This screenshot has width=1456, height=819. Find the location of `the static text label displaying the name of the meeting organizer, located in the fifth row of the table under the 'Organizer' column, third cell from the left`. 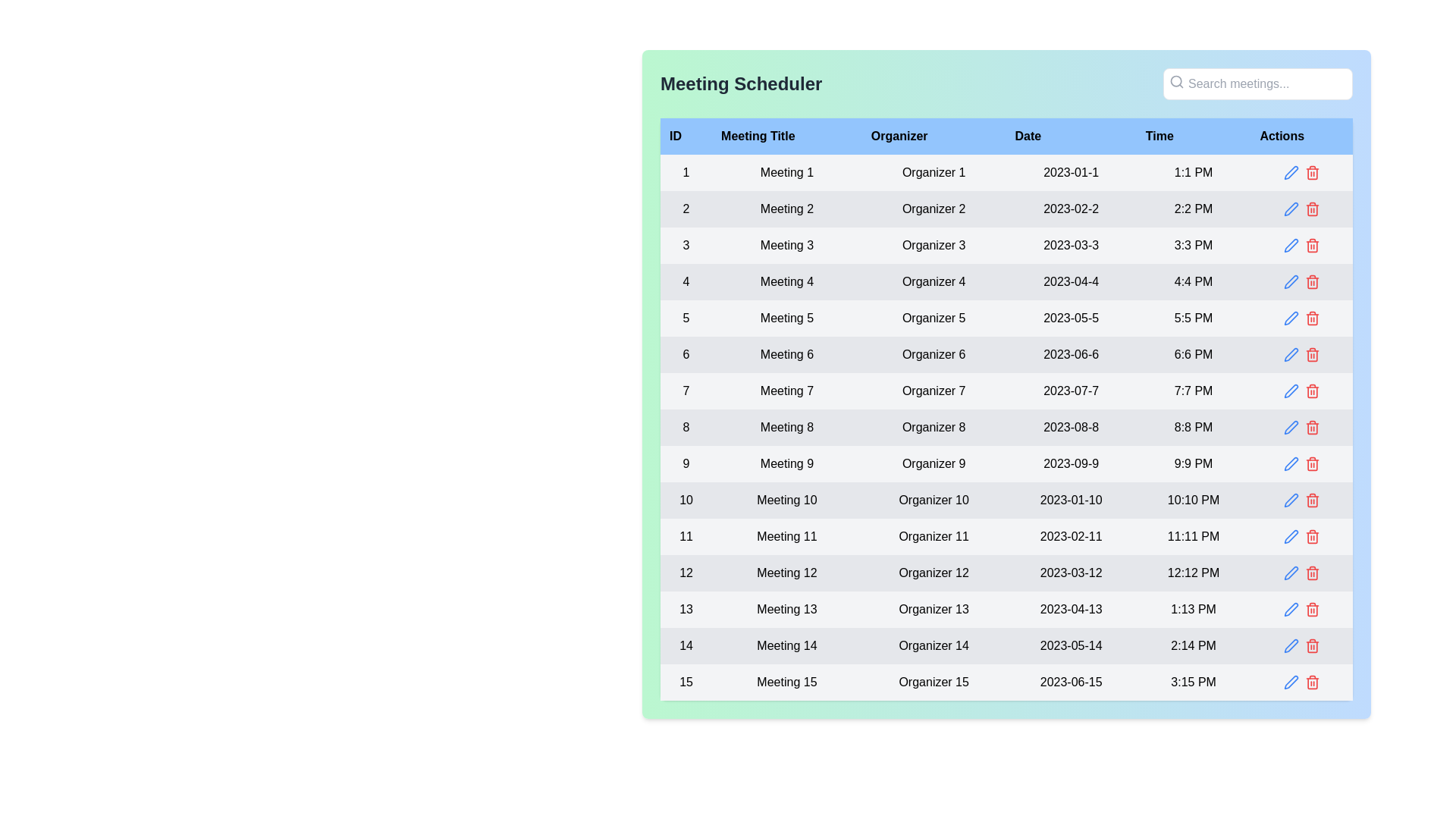

the static text label displaying the name of the meeting organizer, located in the fifth row of the table under the 'Organizer' column, third cell from the left is located at coordinates (933, 318).